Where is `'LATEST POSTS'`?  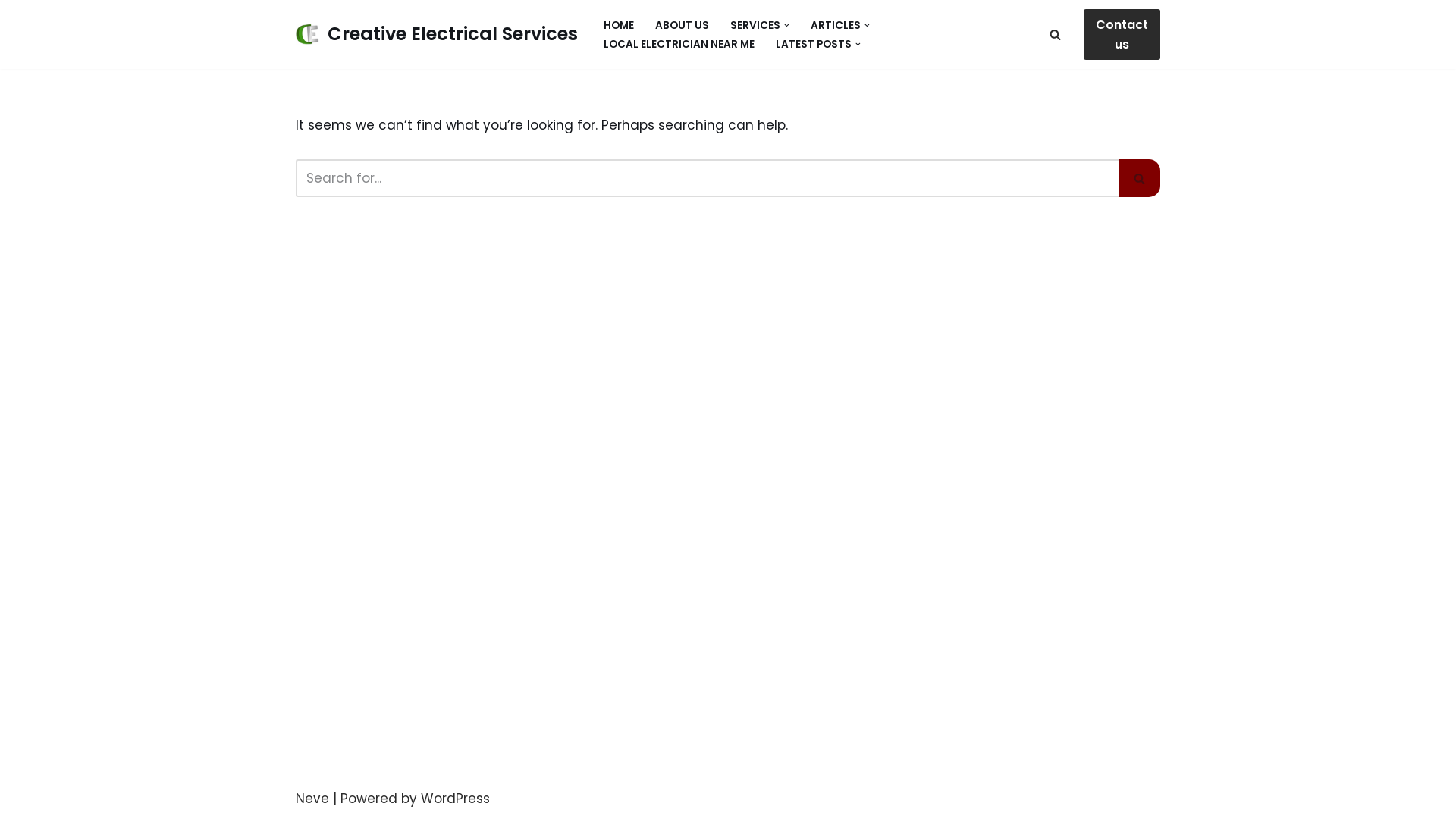
'LATEST POSTS' is located at coordinates (775, 43).